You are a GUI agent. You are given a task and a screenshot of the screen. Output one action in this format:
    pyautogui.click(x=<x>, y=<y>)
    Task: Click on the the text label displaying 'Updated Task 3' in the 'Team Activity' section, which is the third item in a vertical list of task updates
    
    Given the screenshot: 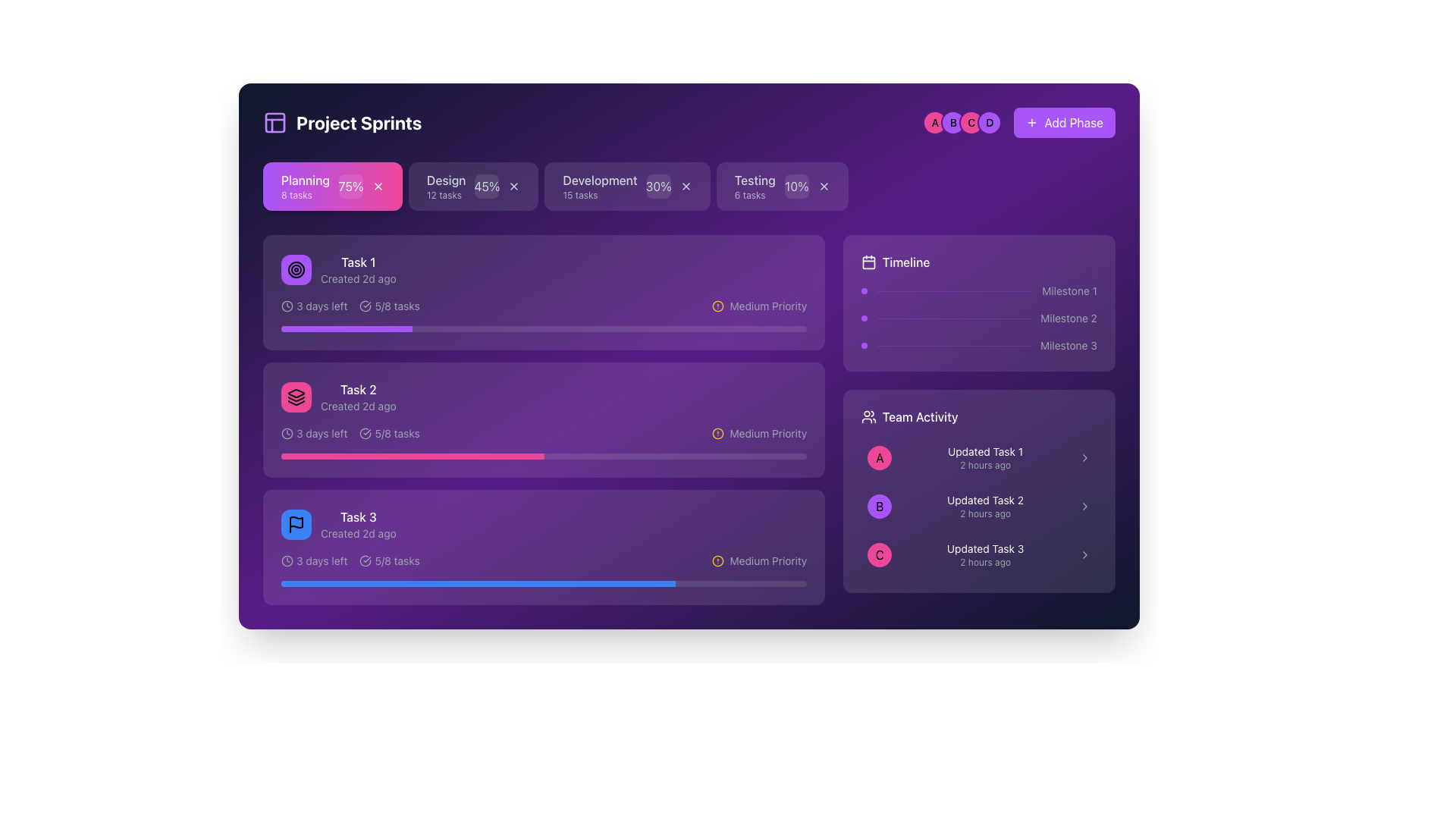 What is the action you would take?
    pyautogui.click(x=985, y=549)
    